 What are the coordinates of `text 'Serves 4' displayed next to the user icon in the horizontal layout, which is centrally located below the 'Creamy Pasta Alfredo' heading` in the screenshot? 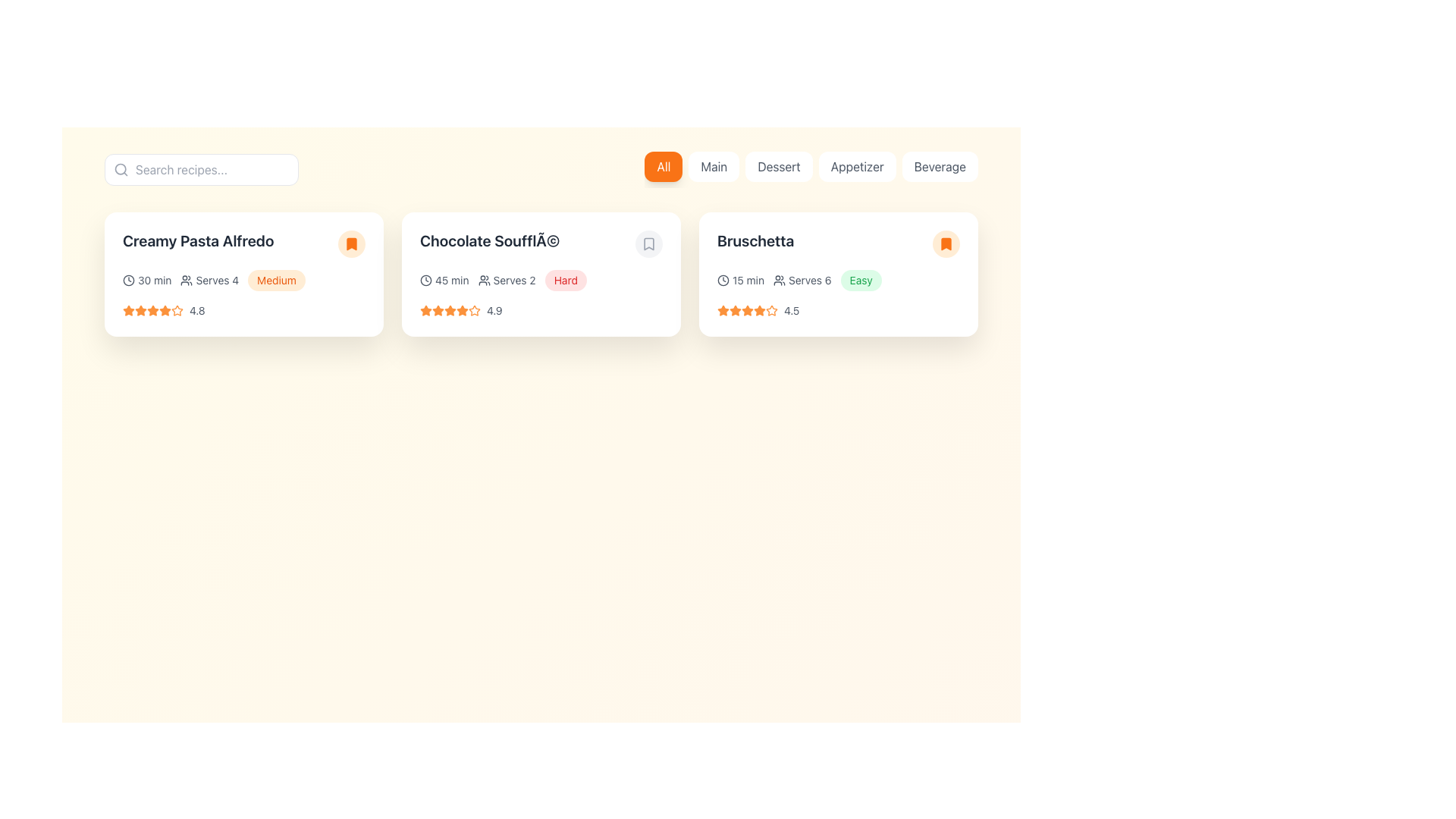 It's located at (209, 281).